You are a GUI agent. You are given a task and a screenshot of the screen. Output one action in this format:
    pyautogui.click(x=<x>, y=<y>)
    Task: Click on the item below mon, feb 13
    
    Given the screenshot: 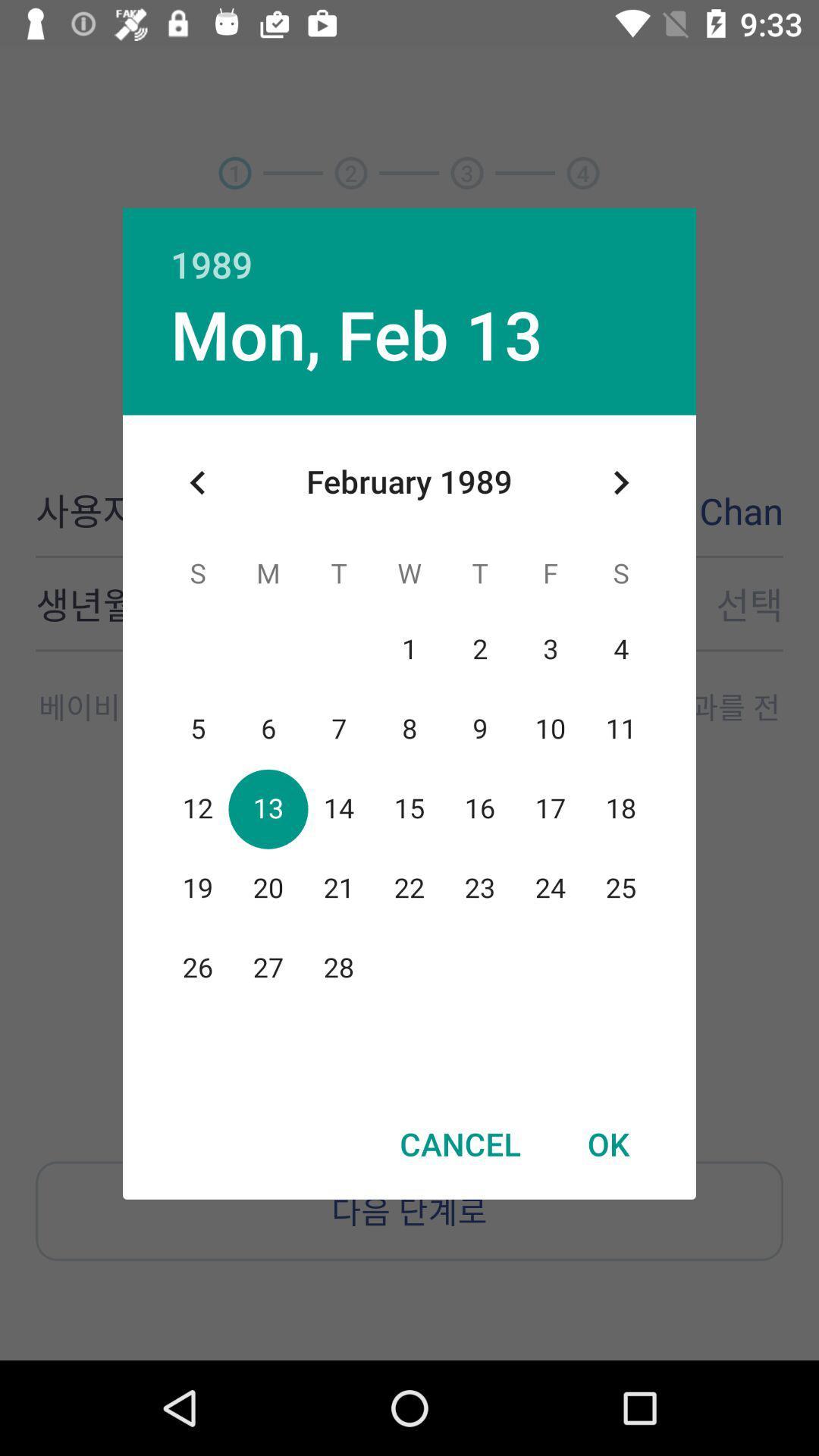 What is the action you would take?
    pyautogui.click(x=197, y=482)
    